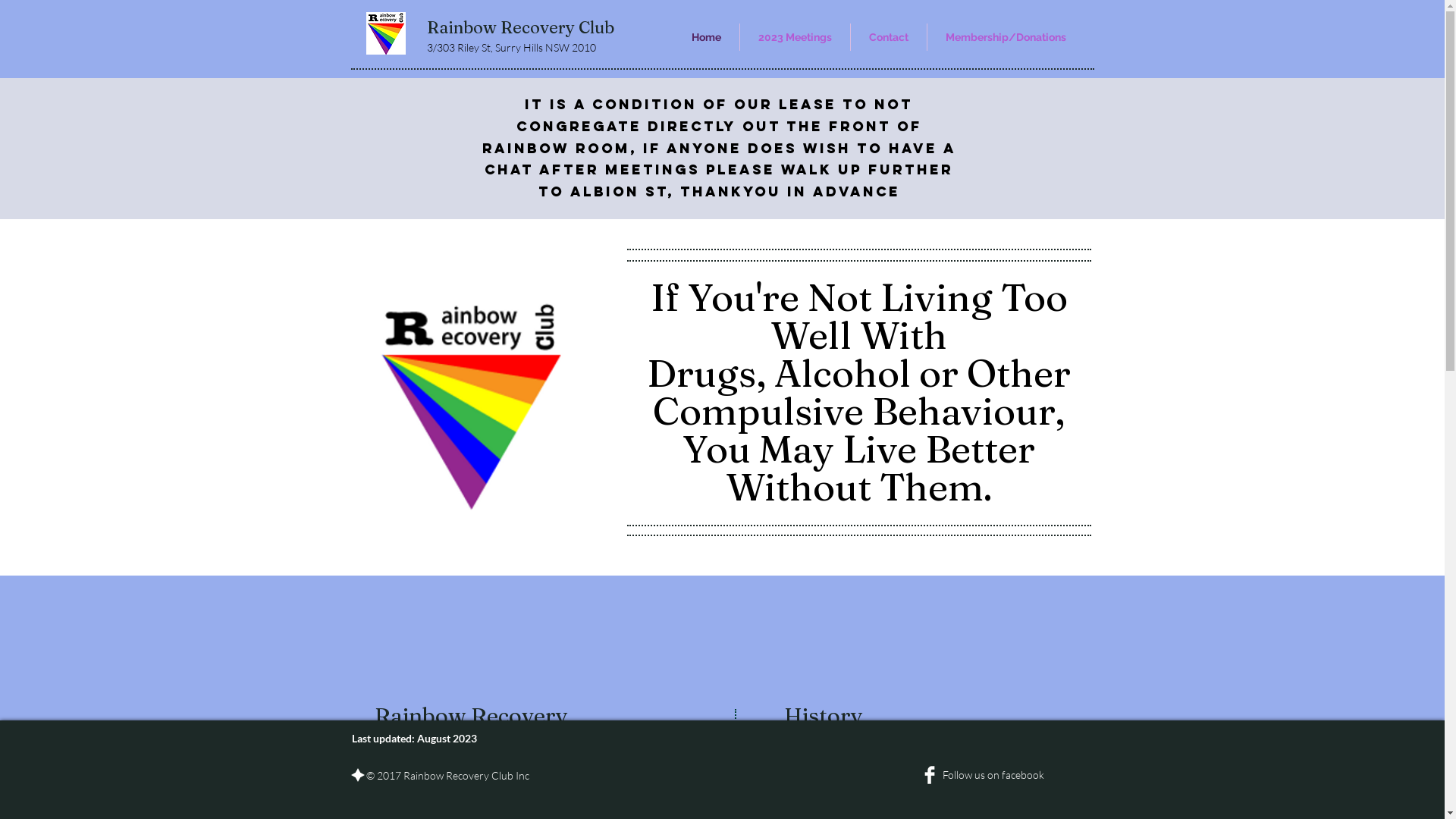  What do you see at coordinates (385, 33) in the screenshot?
I see `'Rainbow Recovery Club Logo.png'` at bounding box center [385, 33].